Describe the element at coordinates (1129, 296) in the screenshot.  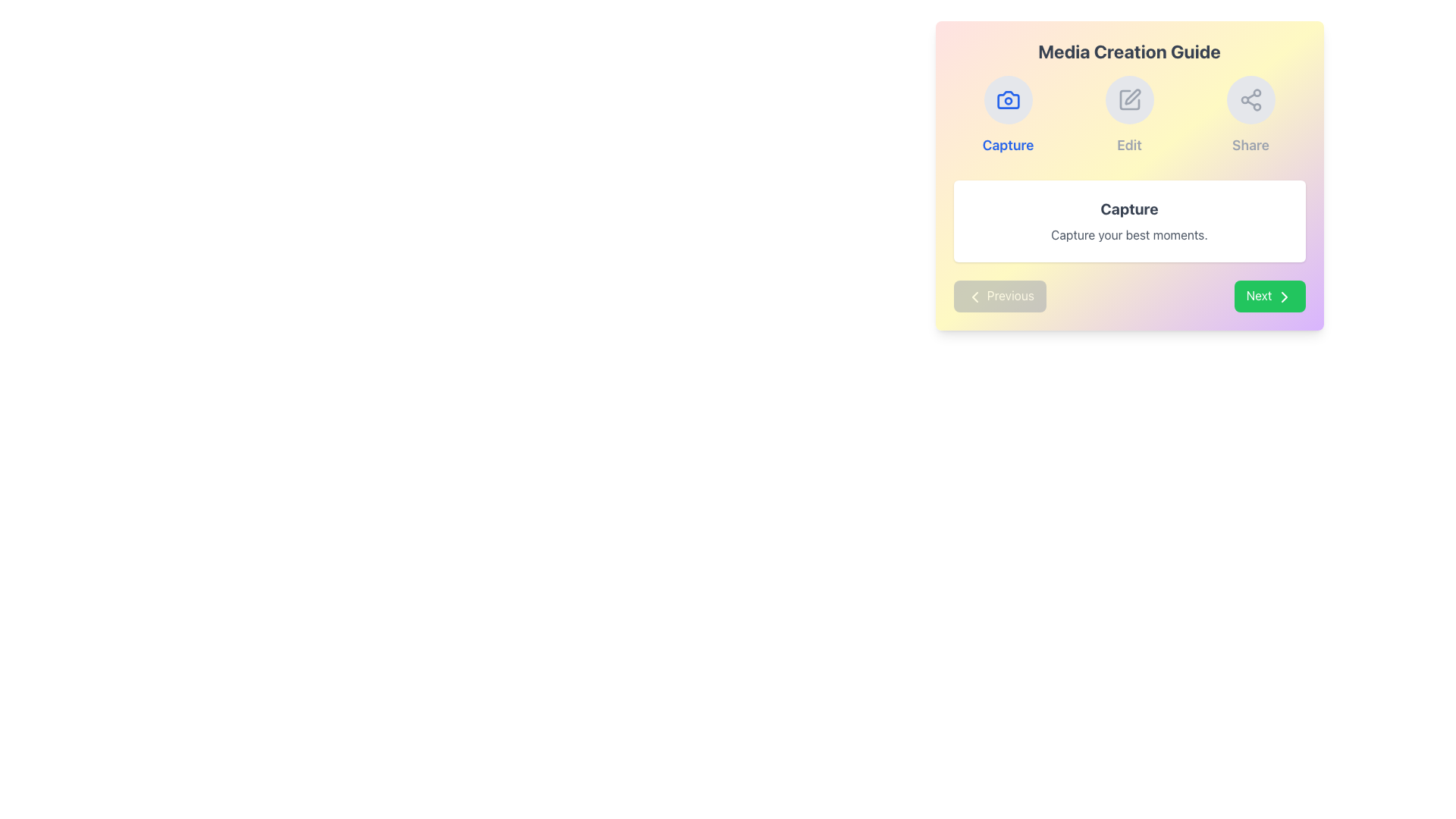
I see `the 'Next' button on the Navigation Bar` at that location.